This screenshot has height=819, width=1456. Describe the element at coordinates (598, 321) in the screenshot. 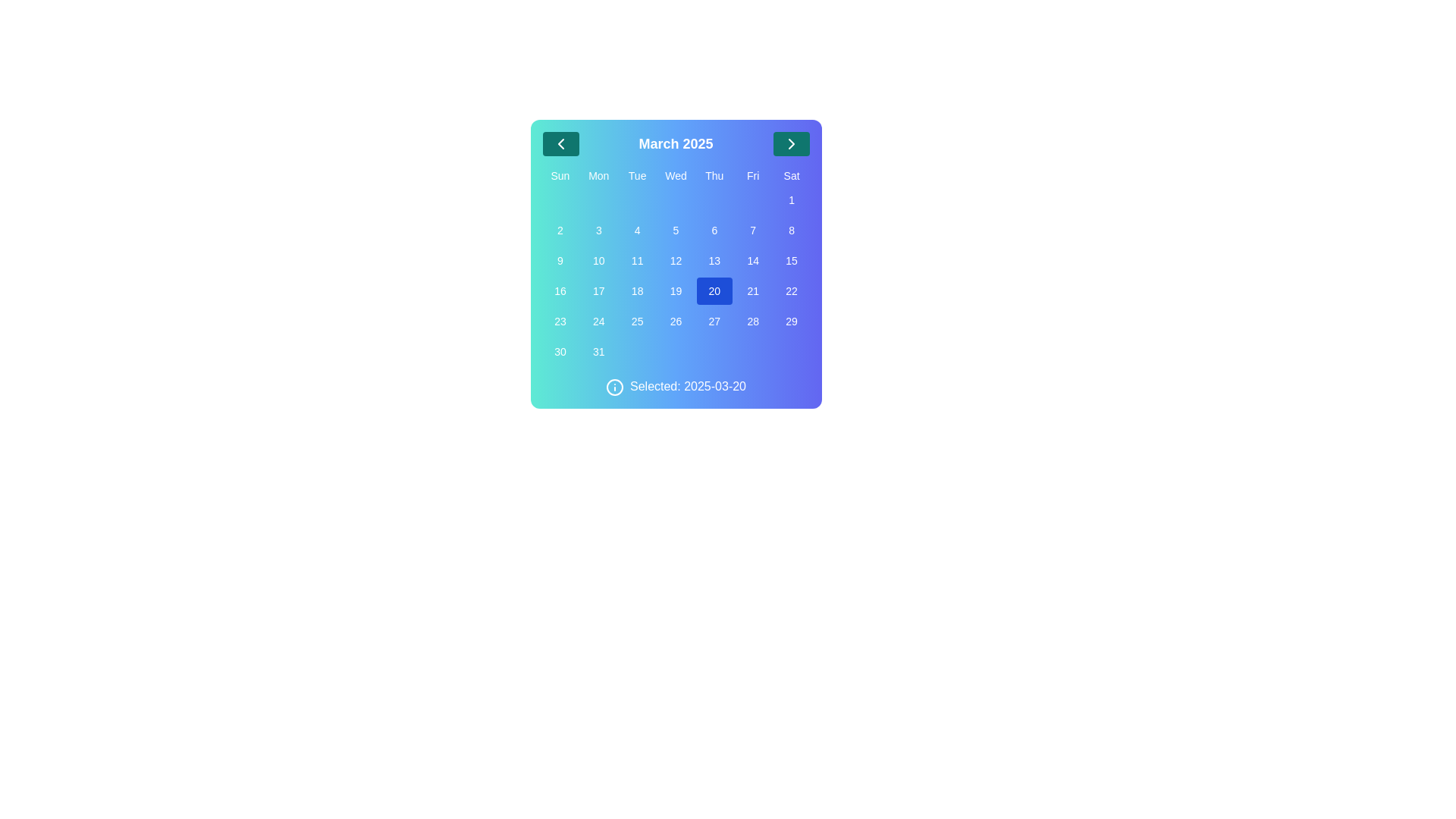

I see `the calendar cell displaying the number '24'` at that location.